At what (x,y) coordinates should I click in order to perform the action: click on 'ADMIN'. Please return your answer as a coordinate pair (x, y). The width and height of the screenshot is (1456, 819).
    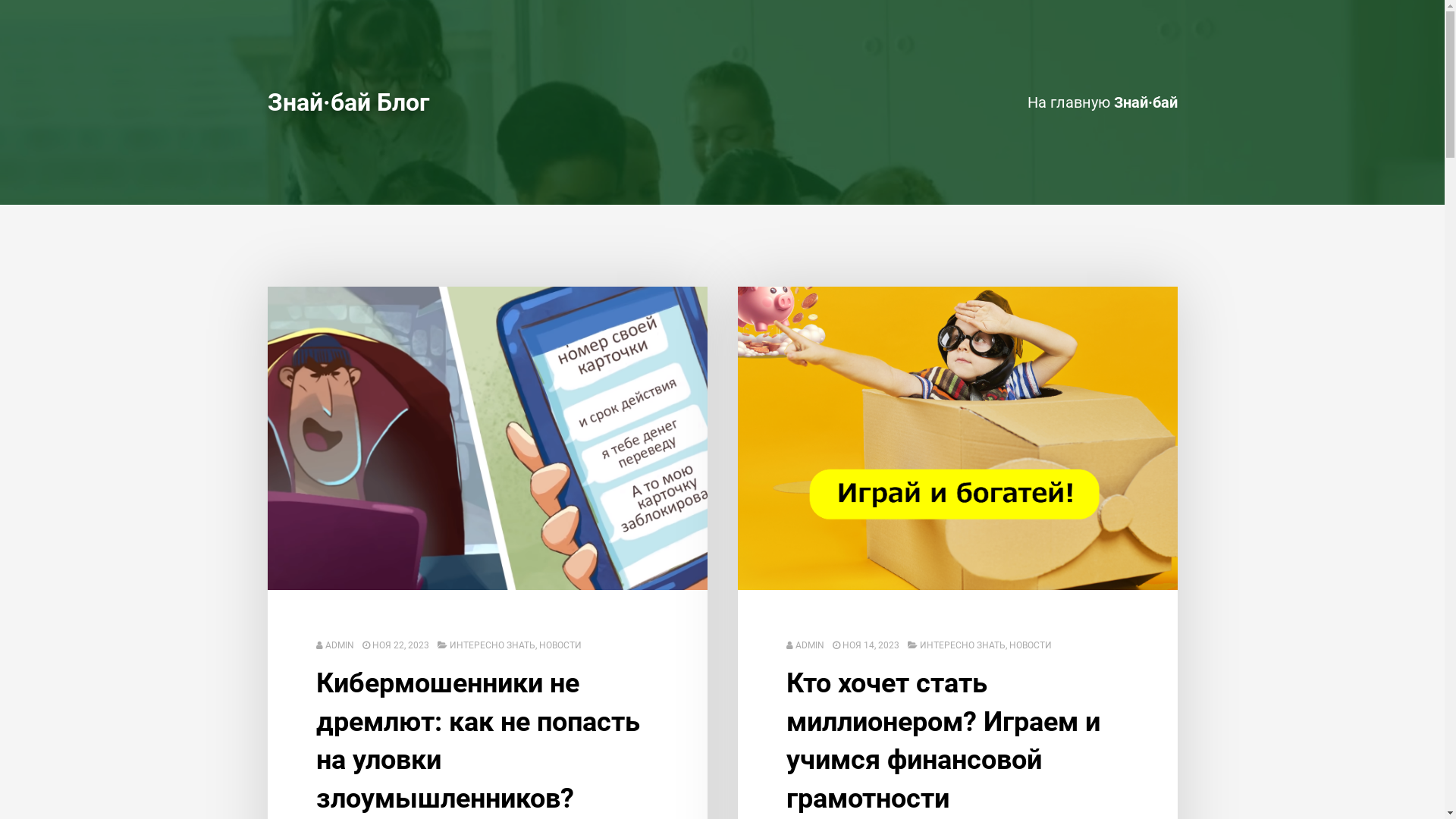
    Looking at the image, I should click on (337, 645).